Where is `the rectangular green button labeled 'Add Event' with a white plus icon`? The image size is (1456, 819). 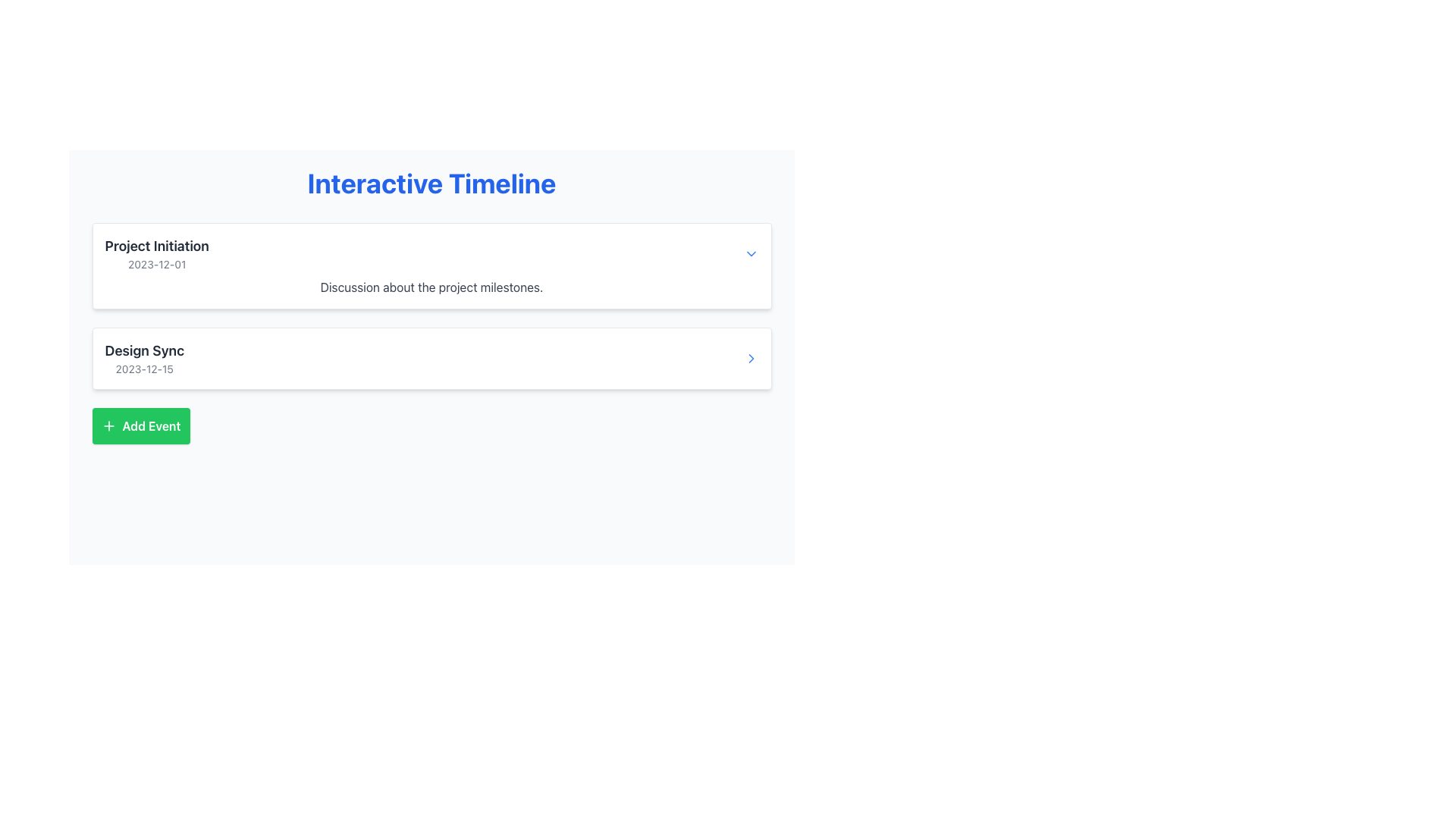 the rectangular green button labeled 'Add Event' with a white plus icon is located at coordinates (141, 426).